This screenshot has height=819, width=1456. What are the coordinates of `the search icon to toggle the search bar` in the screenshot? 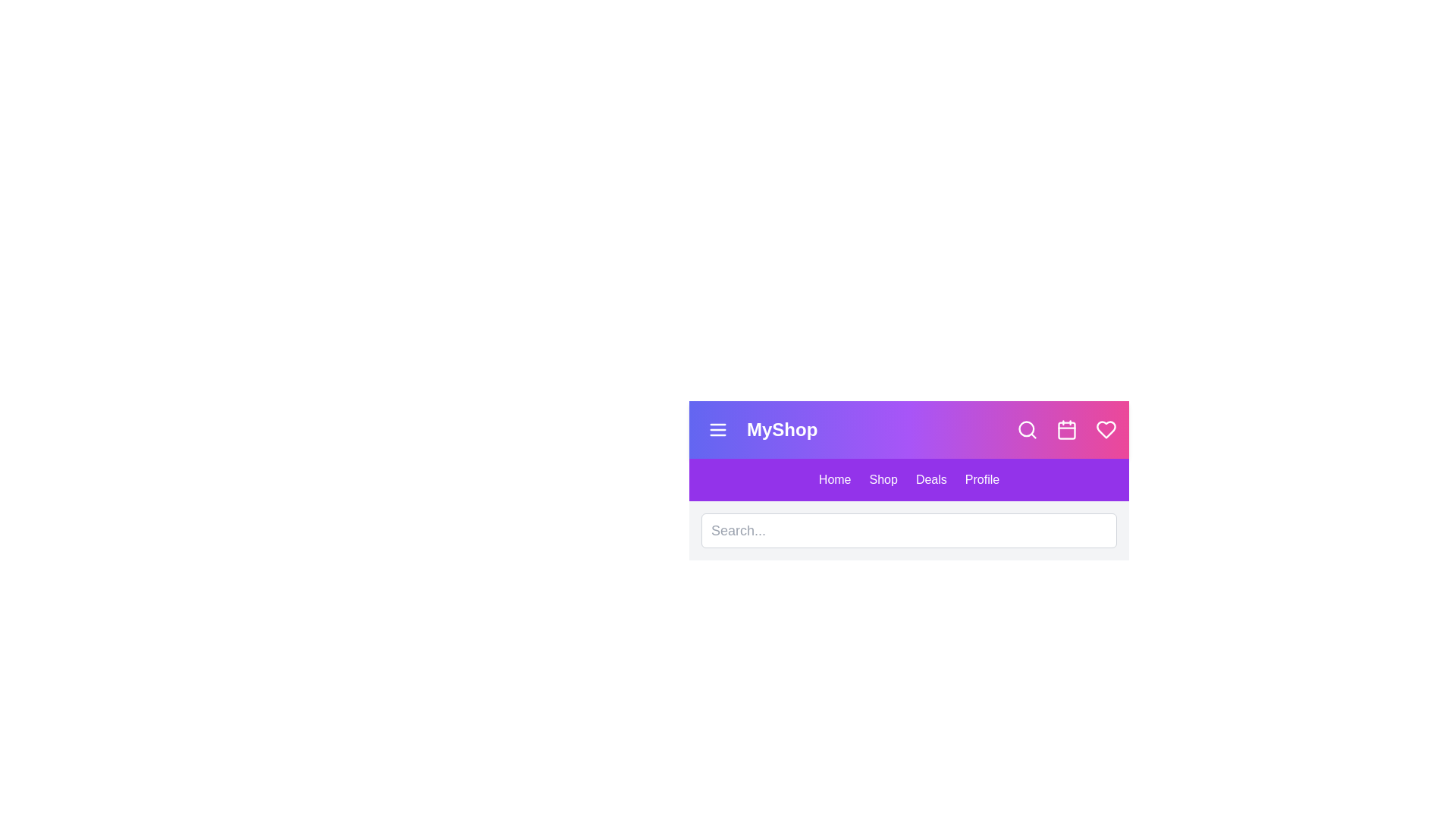 It's located at (1027, 430).